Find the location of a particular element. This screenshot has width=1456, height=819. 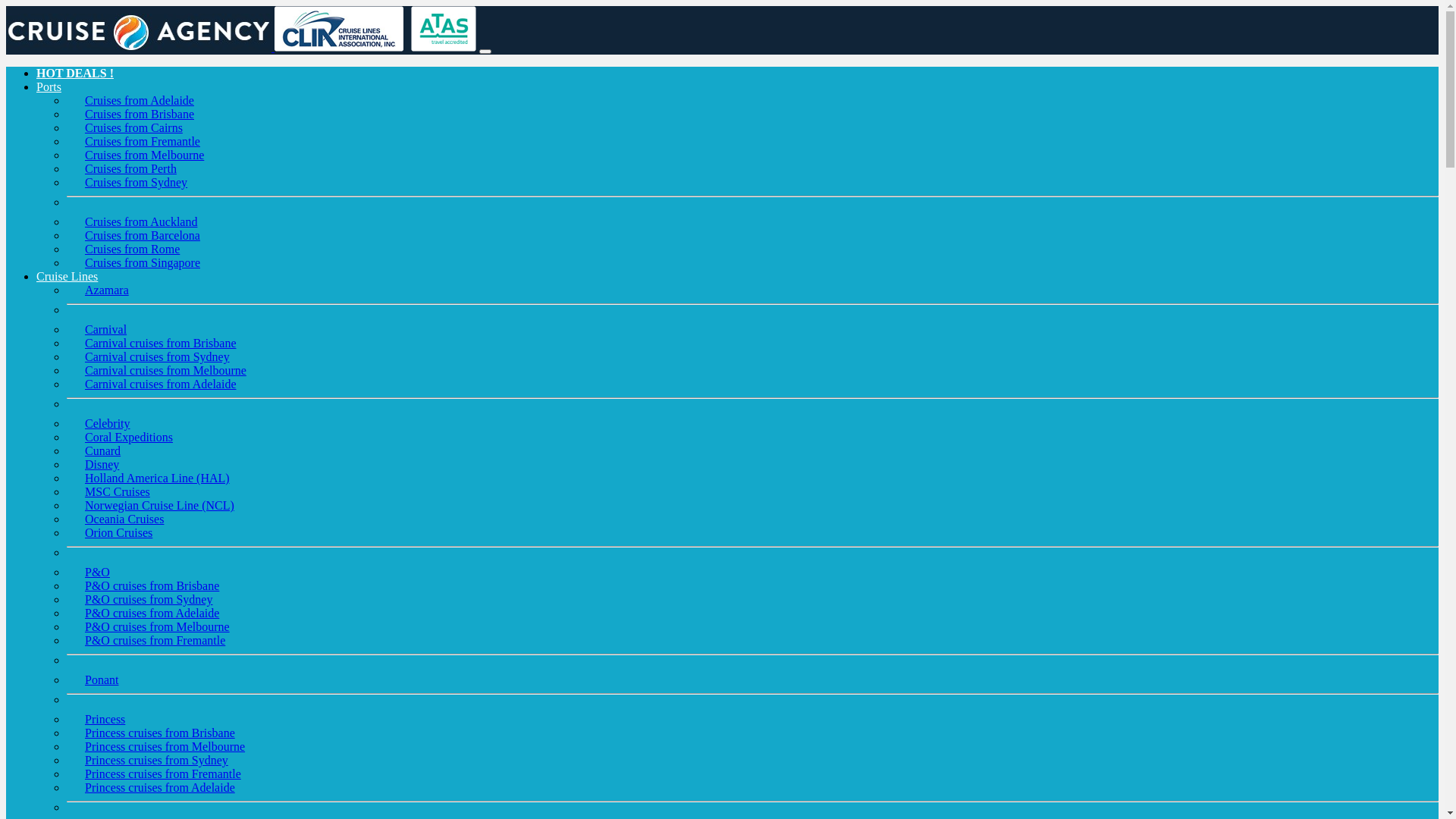

'Carnival cruises from Adelaide' is located at coordinates (160, 383).